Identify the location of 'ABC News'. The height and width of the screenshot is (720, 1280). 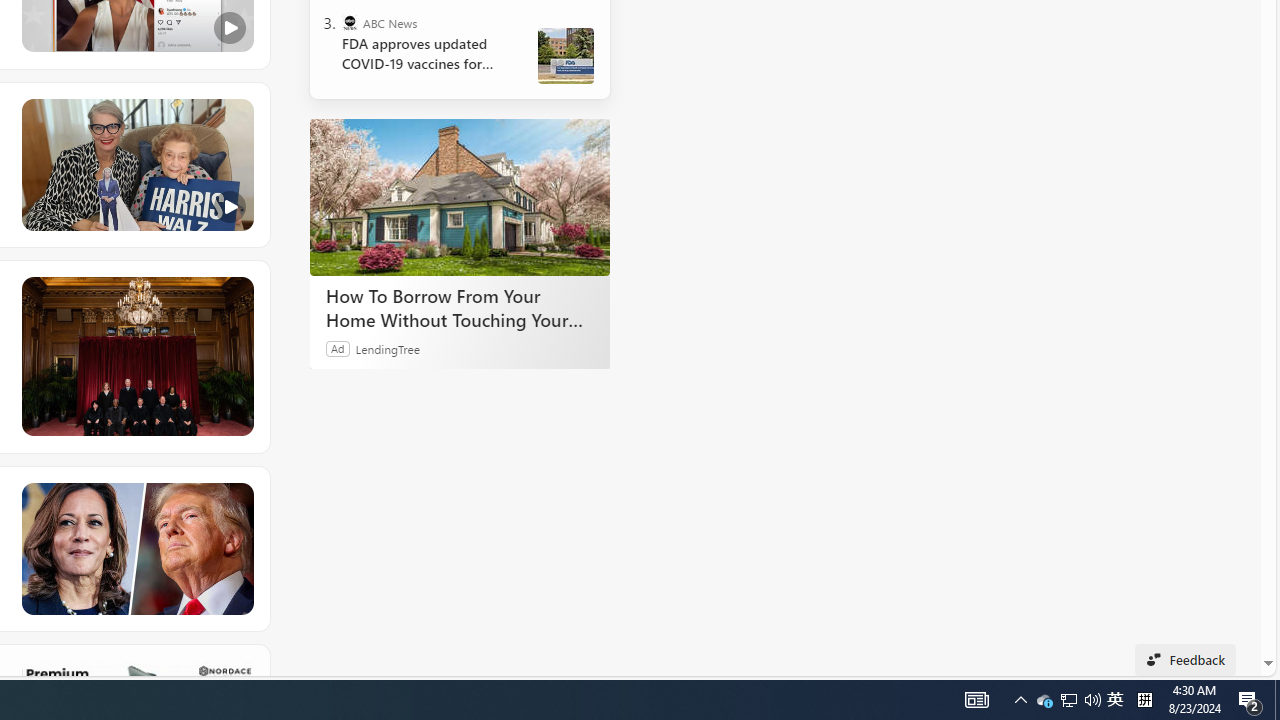
(350, 23).